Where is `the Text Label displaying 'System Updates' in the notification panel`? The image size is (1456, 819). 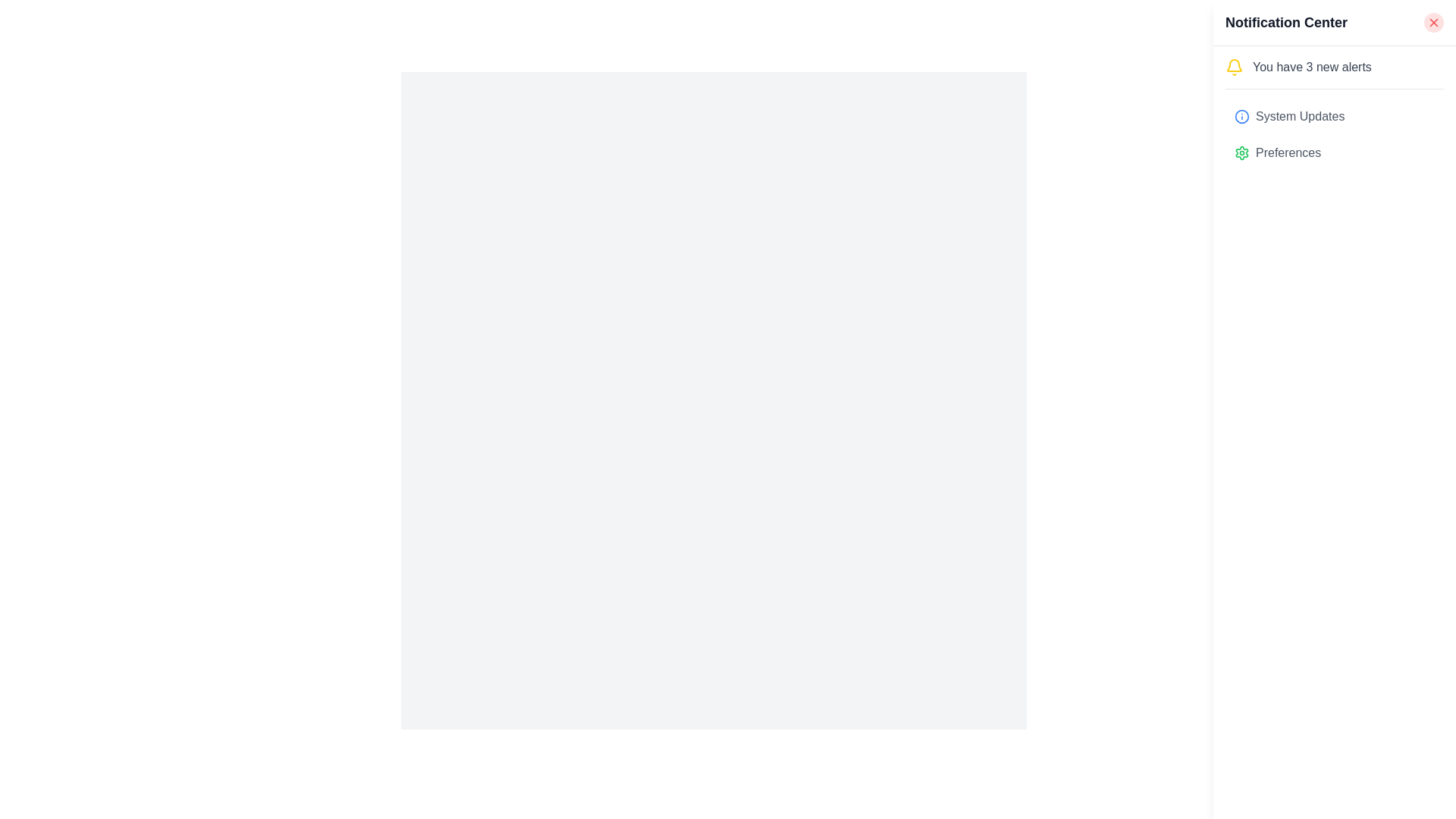 the Text Label displaying 'System Updates' in the notification panel is located at coordinates (1299, 116).